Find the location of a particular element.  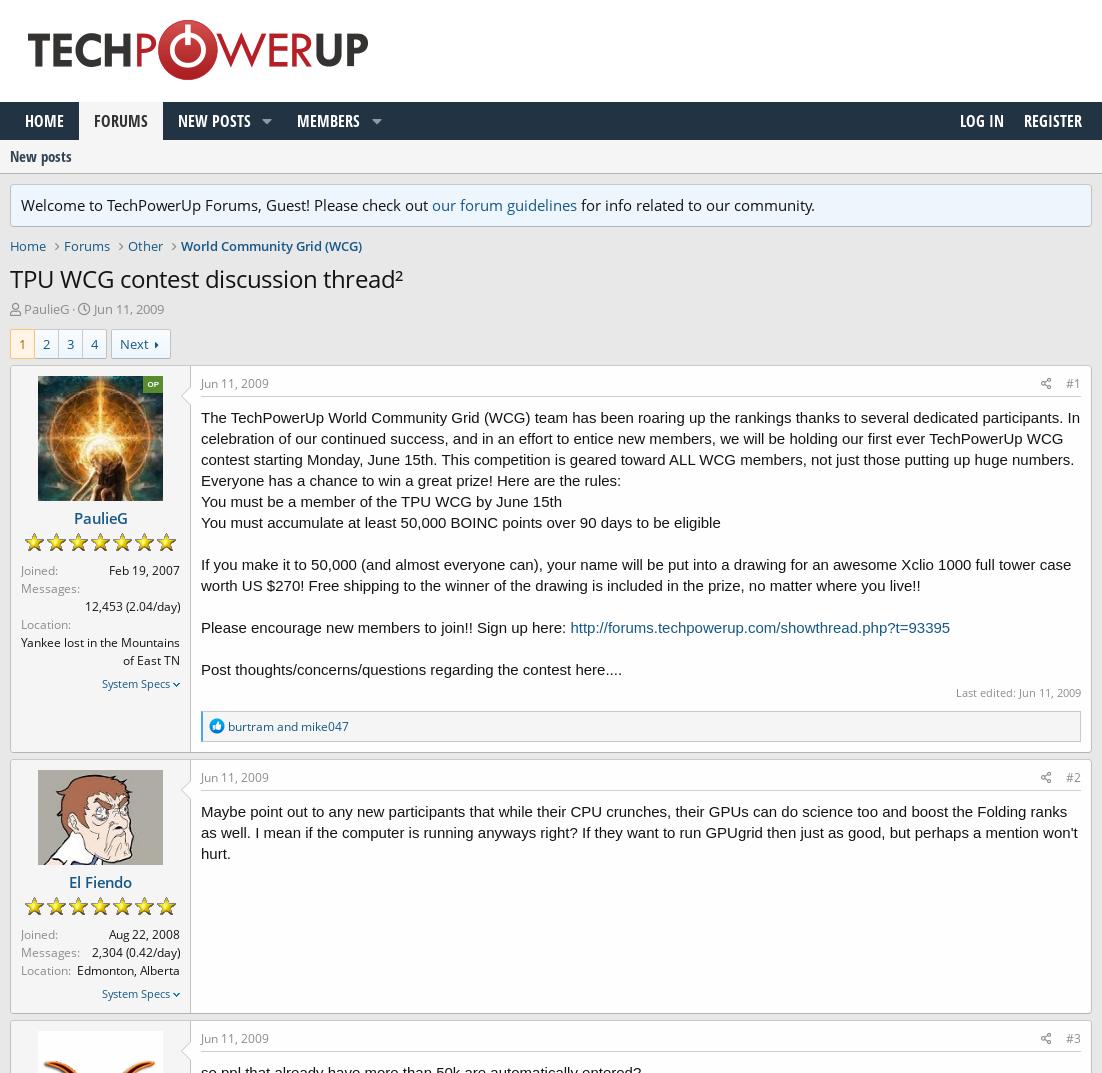

'for info related to our community.' is located at coordinates (695, 205).